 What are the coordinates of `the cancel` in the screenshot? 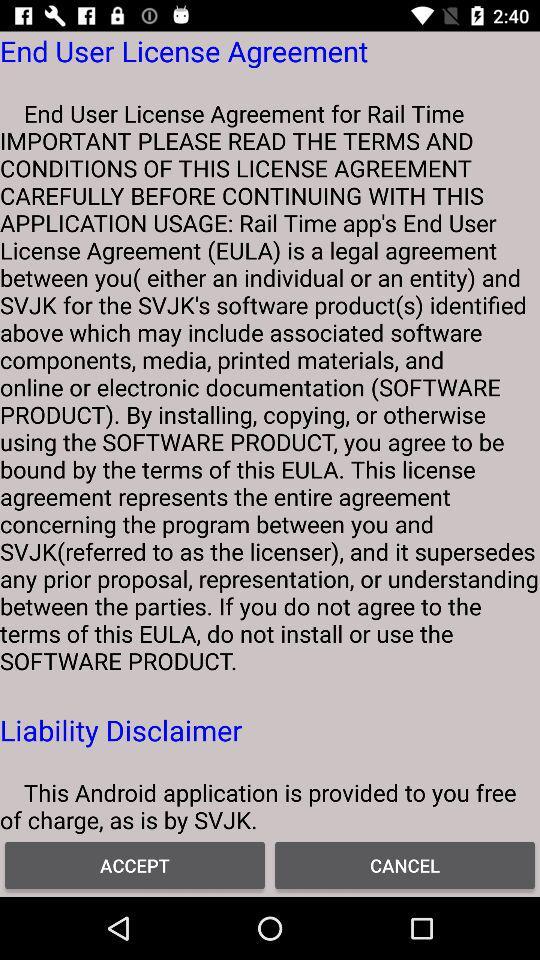 It's located at (405, 864).